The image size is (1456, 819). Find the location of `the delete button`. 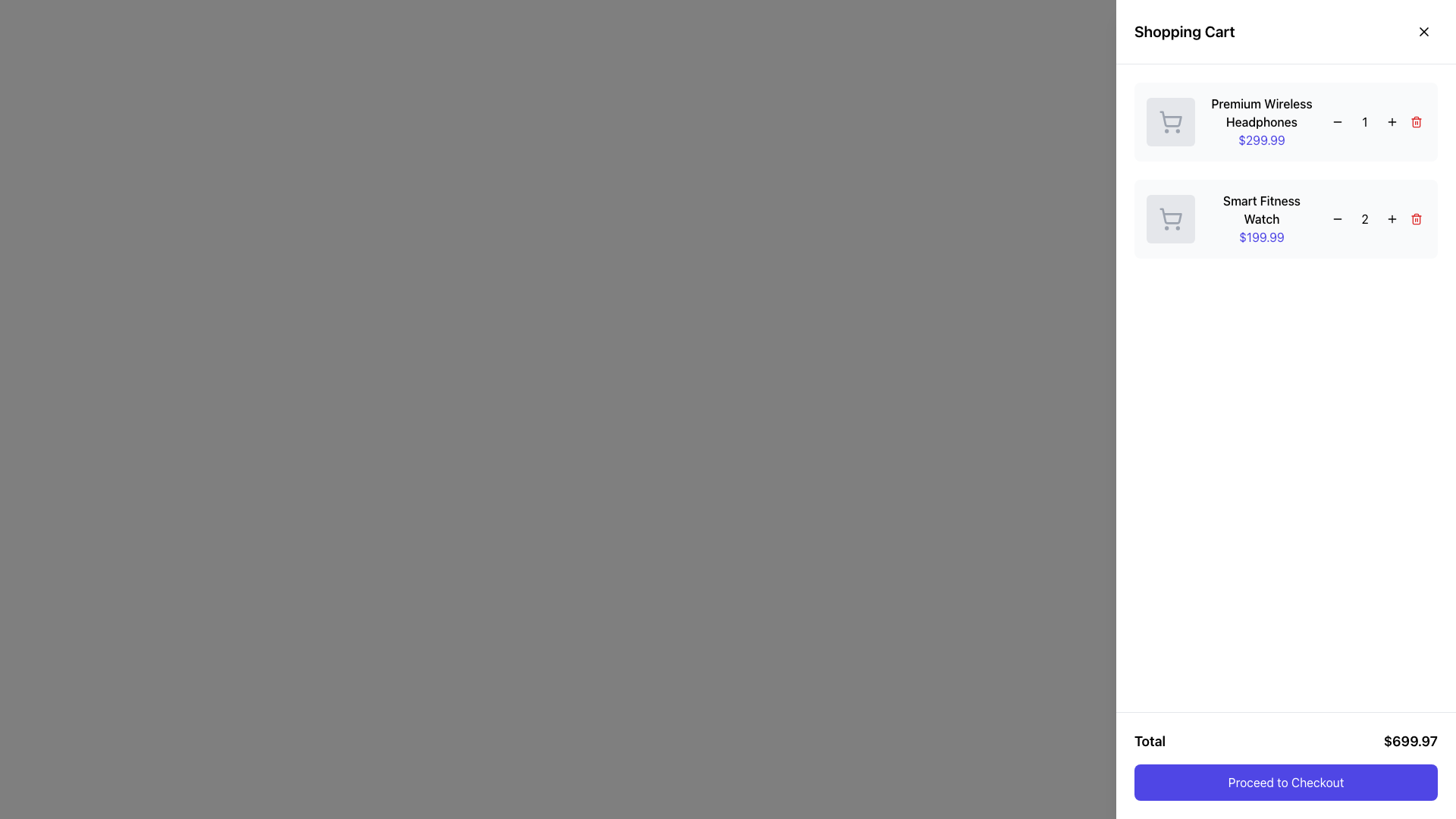

the delete button is located at coordinates (1415, 219).